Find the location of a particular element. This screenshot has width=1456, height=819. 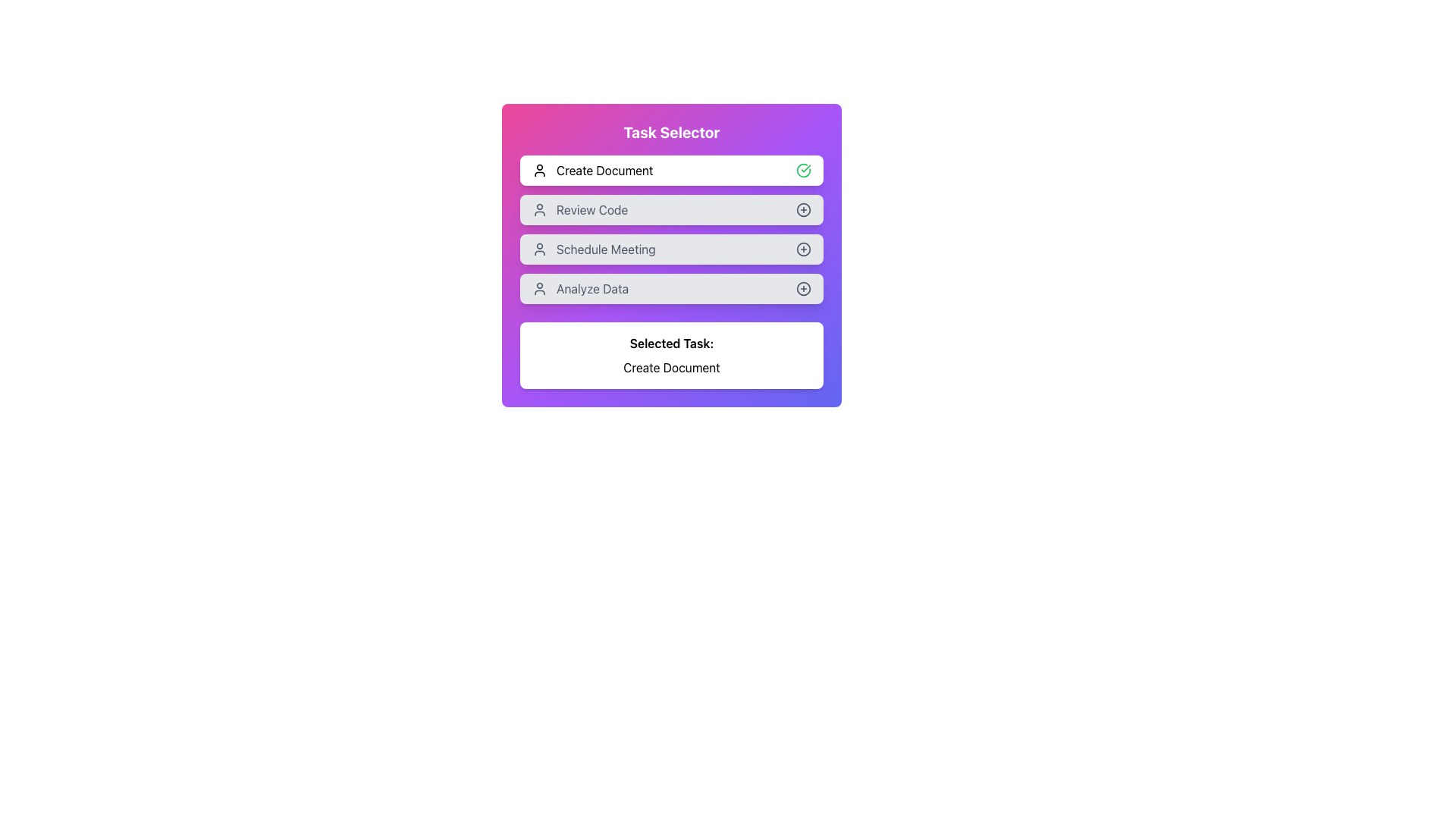

the small, black outline user icon located at the top left of the first row within the interactive card labeled 'Create Document' is located at coordinates (539, 170).